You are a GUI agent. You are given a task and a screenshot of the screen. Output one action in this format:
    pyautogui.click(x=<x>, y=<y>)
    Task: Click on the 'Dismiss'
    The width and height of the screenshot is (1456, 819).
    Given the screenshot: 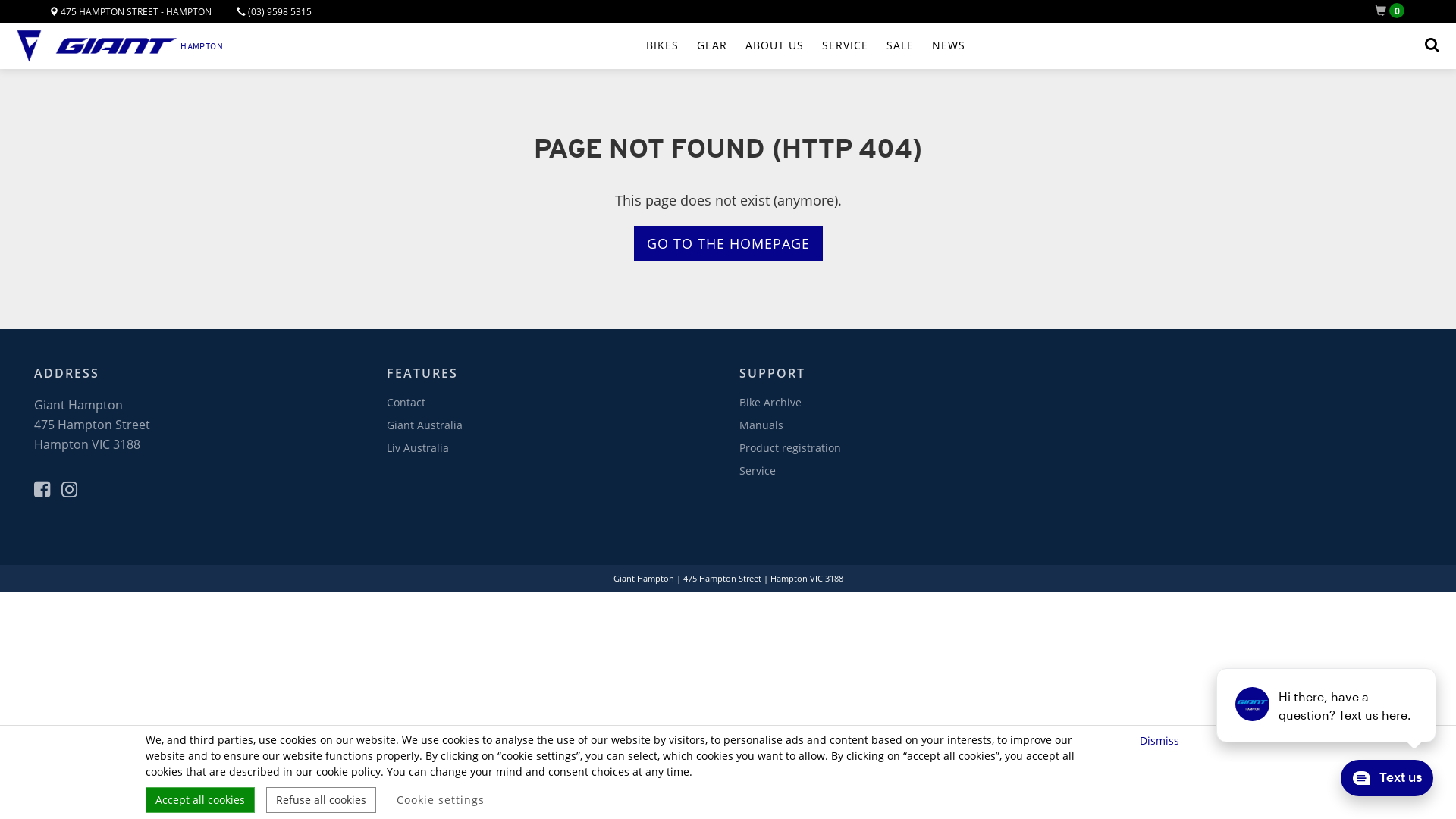 What is the action you would take?
    pyautogui.click(x=1160, y=739)
    